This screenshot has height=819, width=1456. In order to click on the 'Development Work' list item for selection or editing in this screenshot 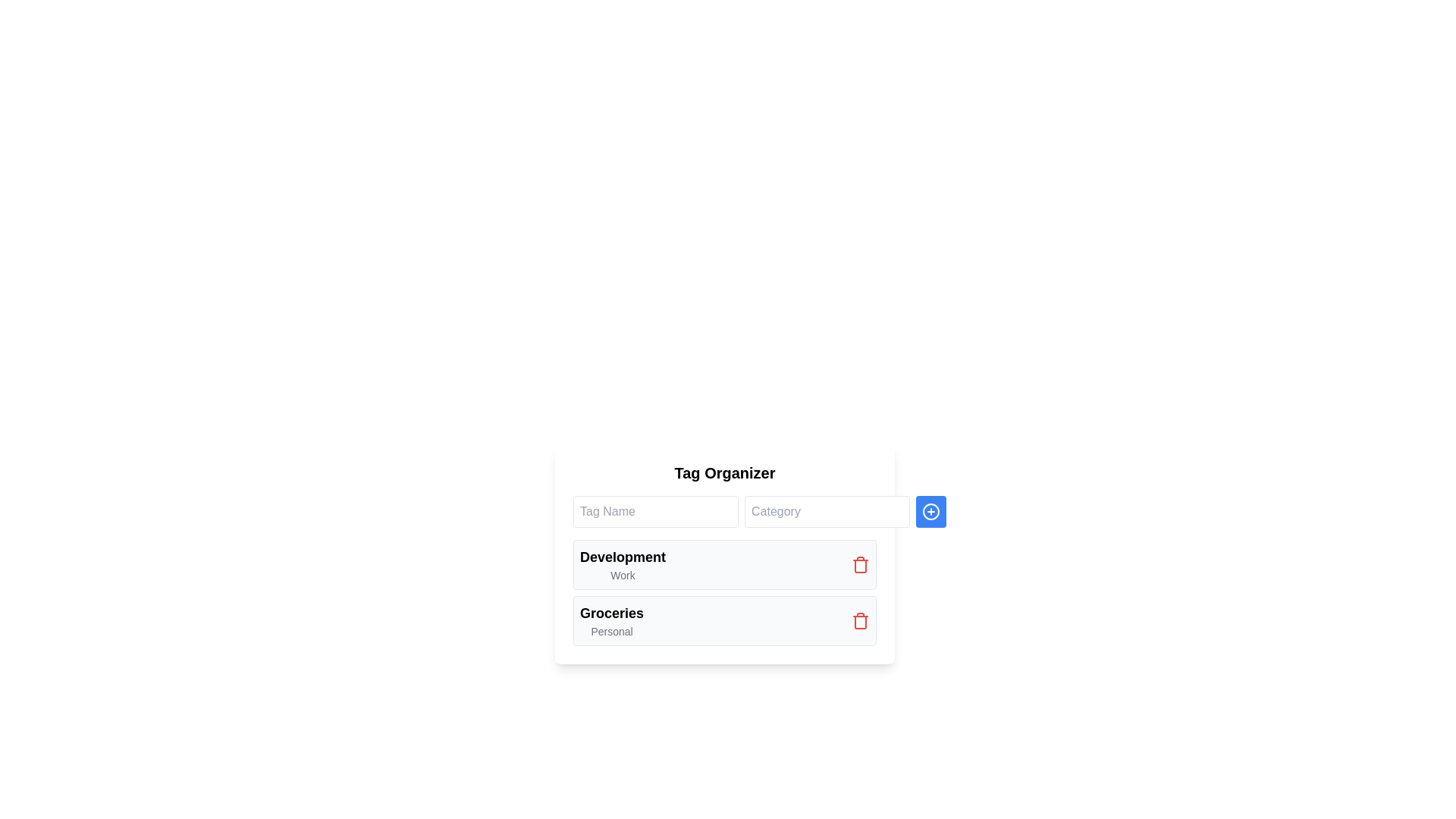, I will do `click(723, 564)`.